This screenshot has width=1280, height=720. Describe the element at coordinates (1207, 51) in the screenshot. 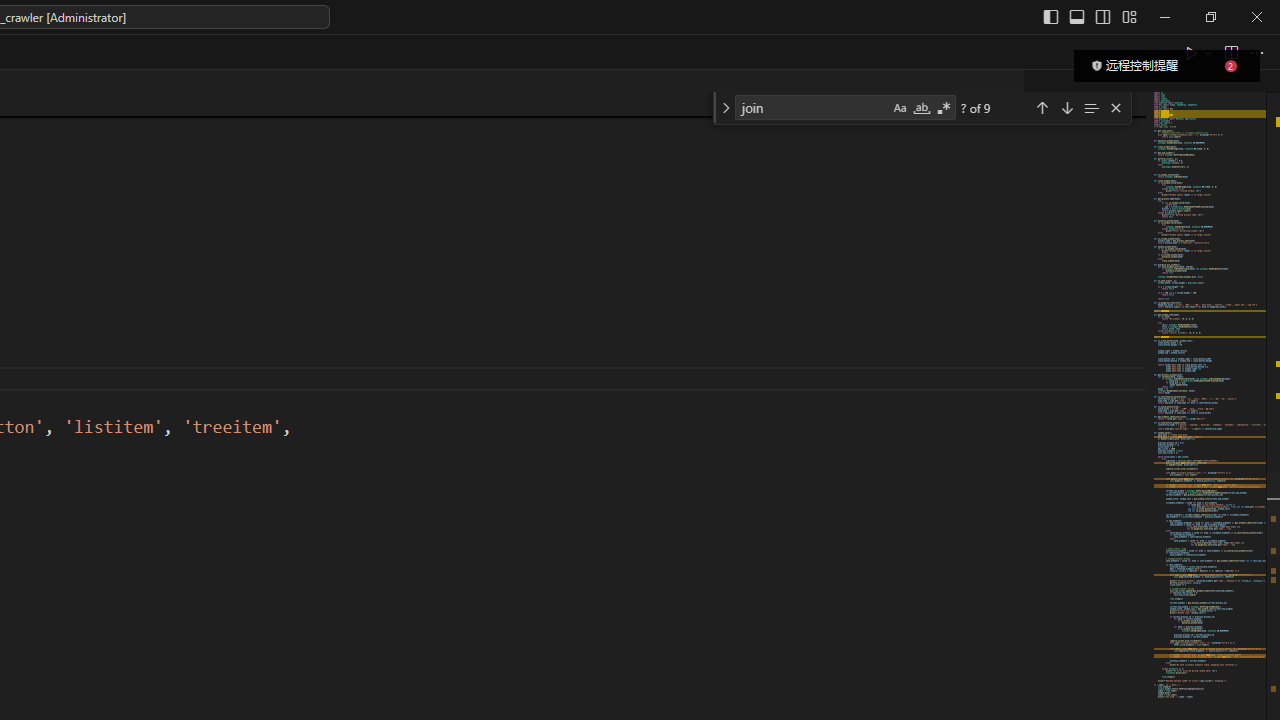

I see `'Run or Debug...'` at that location.